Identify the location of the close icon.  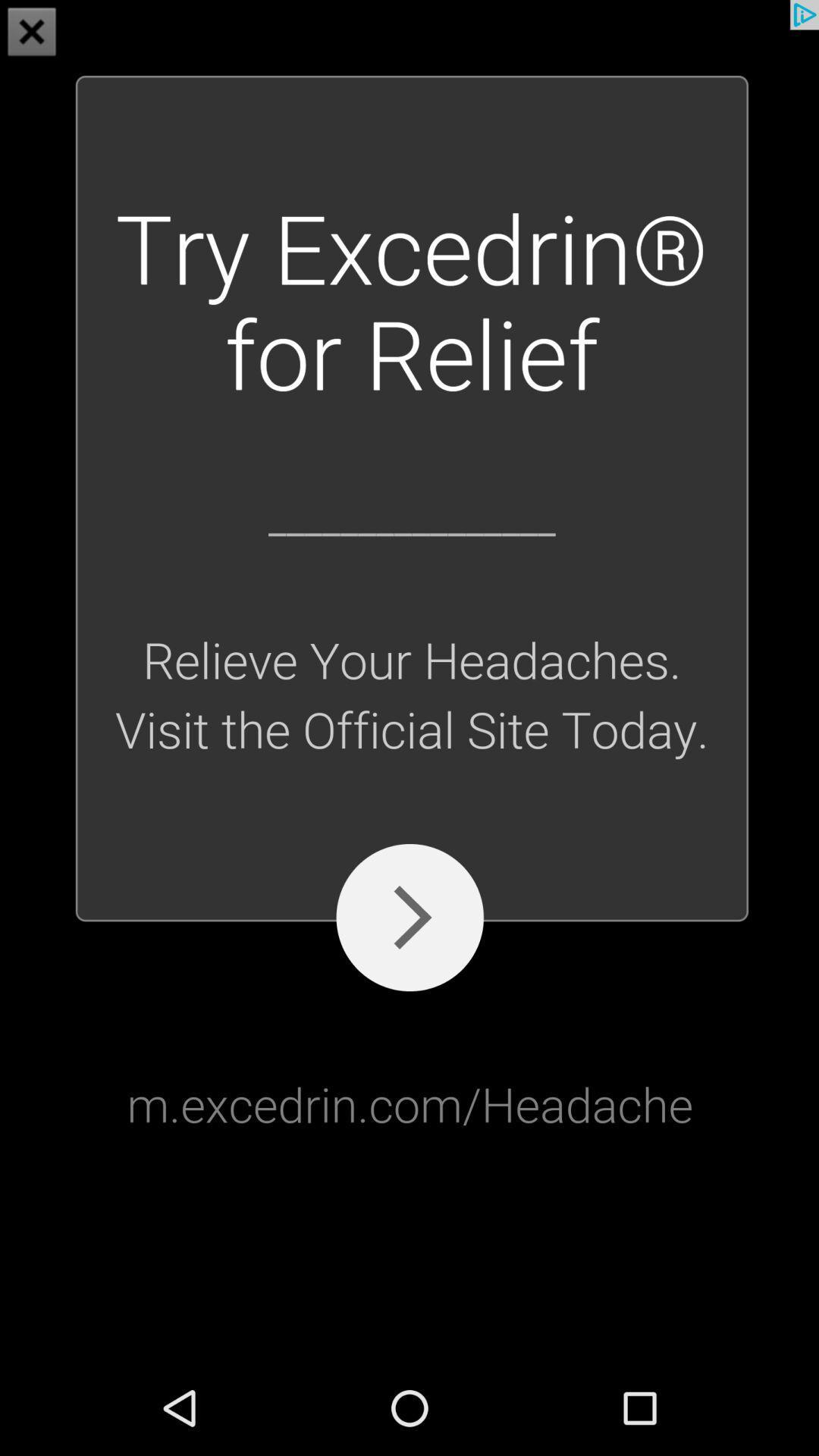
(32, 33).